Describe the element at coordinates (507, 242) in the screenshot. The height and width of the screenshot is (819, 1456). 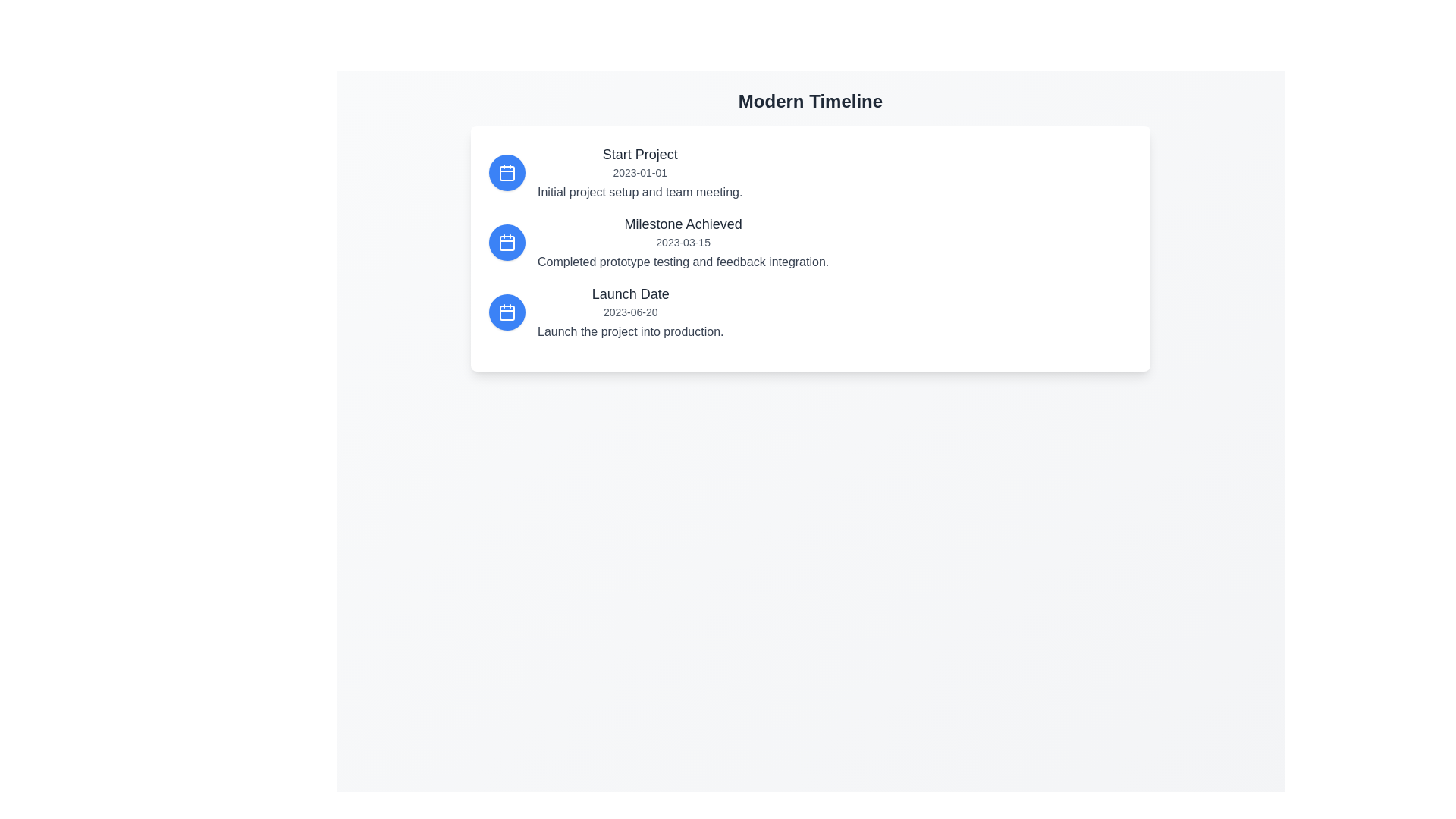
I see `or identify the calendar icon associated with the 'Milestone Achieved' entry in the timeline list, which is the middle calendar icon on the left side of the text information` at that location.